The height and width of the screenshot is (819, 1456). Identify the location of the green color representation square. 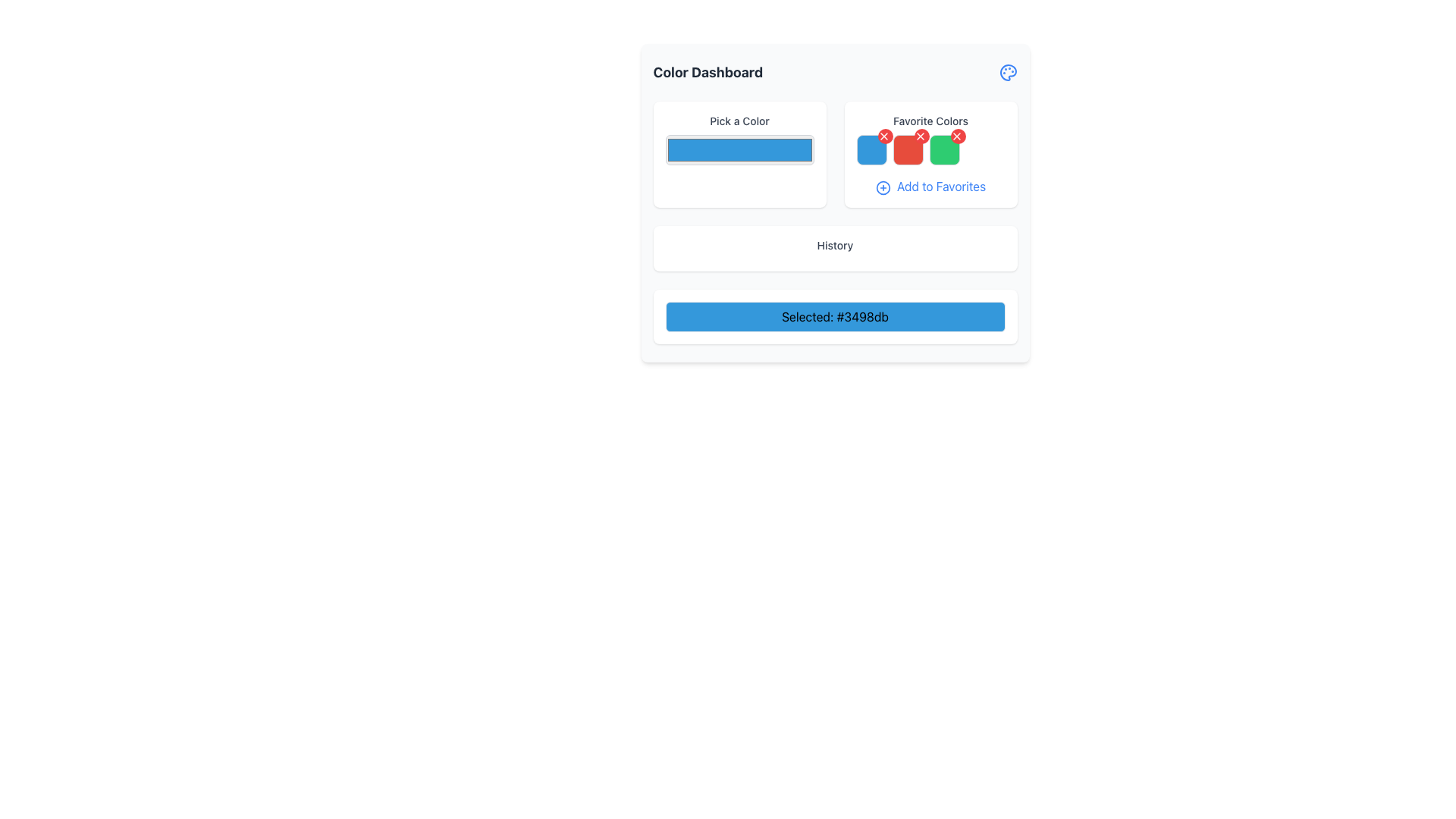
(943, 149).